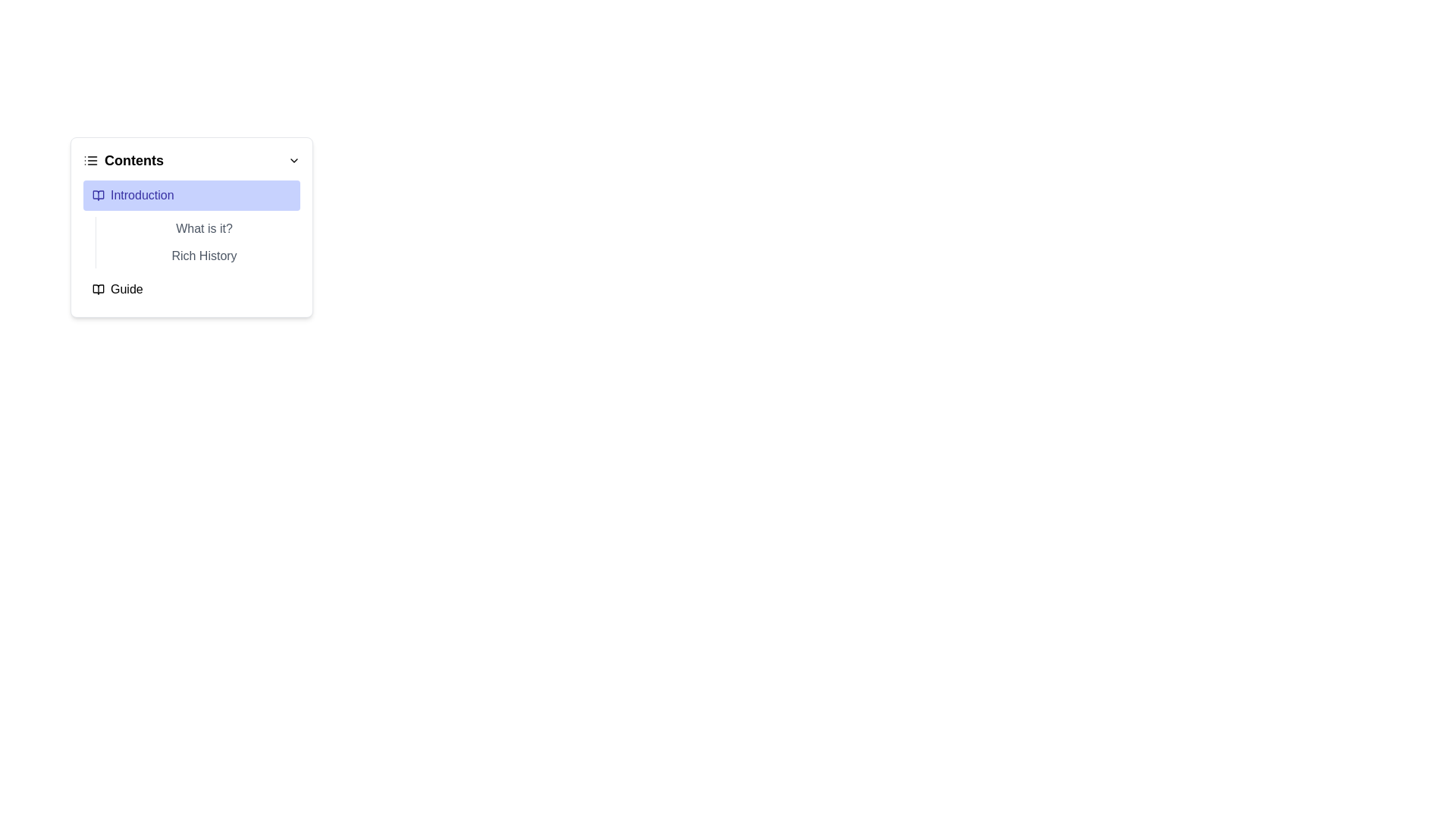  What do you see at coordinates (134, 161) in the screenshot?
I see `the static text label 'Contents' which is prominently displayed at the top of a dropdown-like component` at bounding box center [134, 161].